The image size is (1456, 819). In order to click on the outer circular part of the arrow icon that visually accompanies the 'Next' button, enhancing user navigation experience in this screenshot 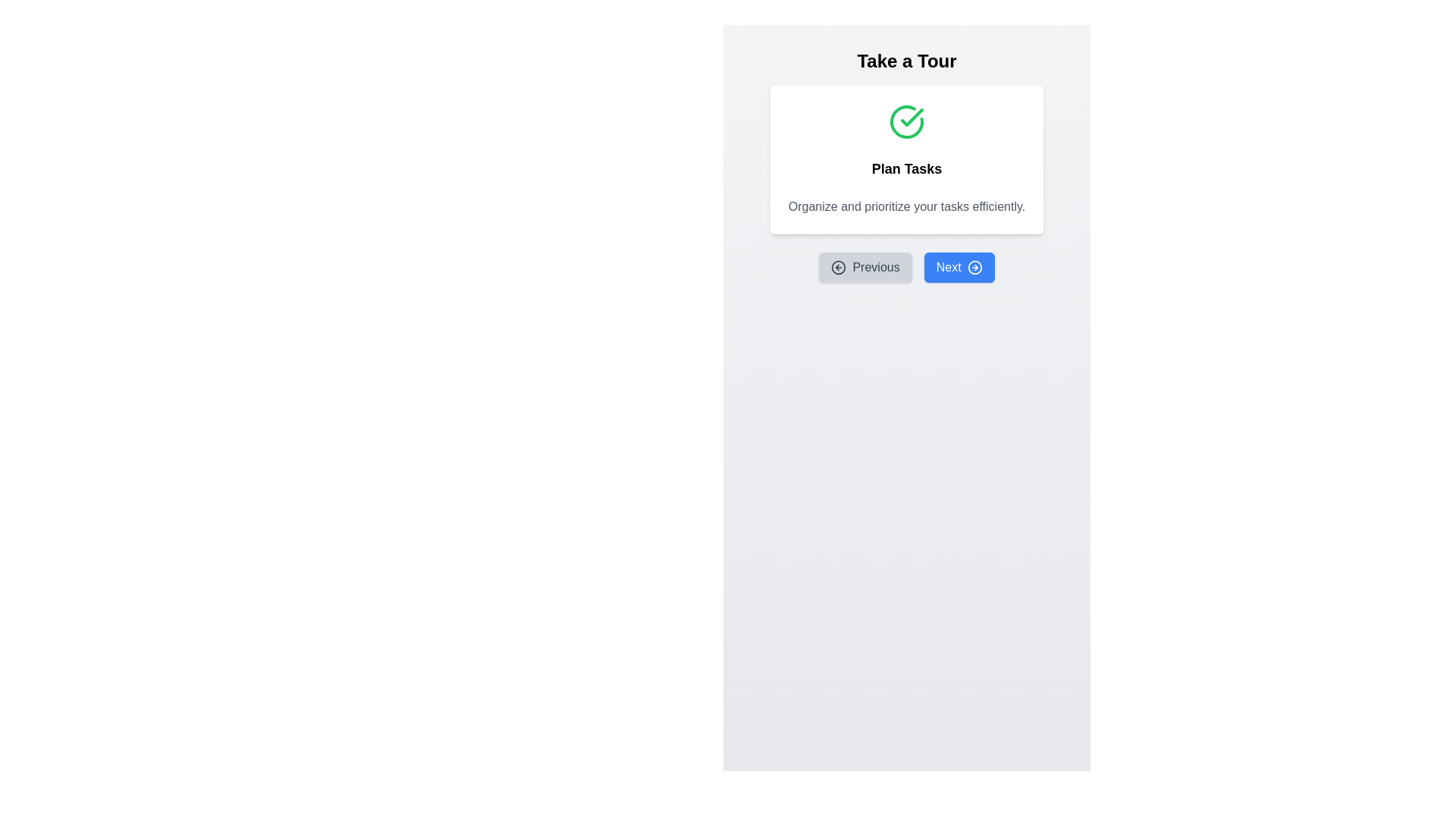, I will do `click(974, 267)`.